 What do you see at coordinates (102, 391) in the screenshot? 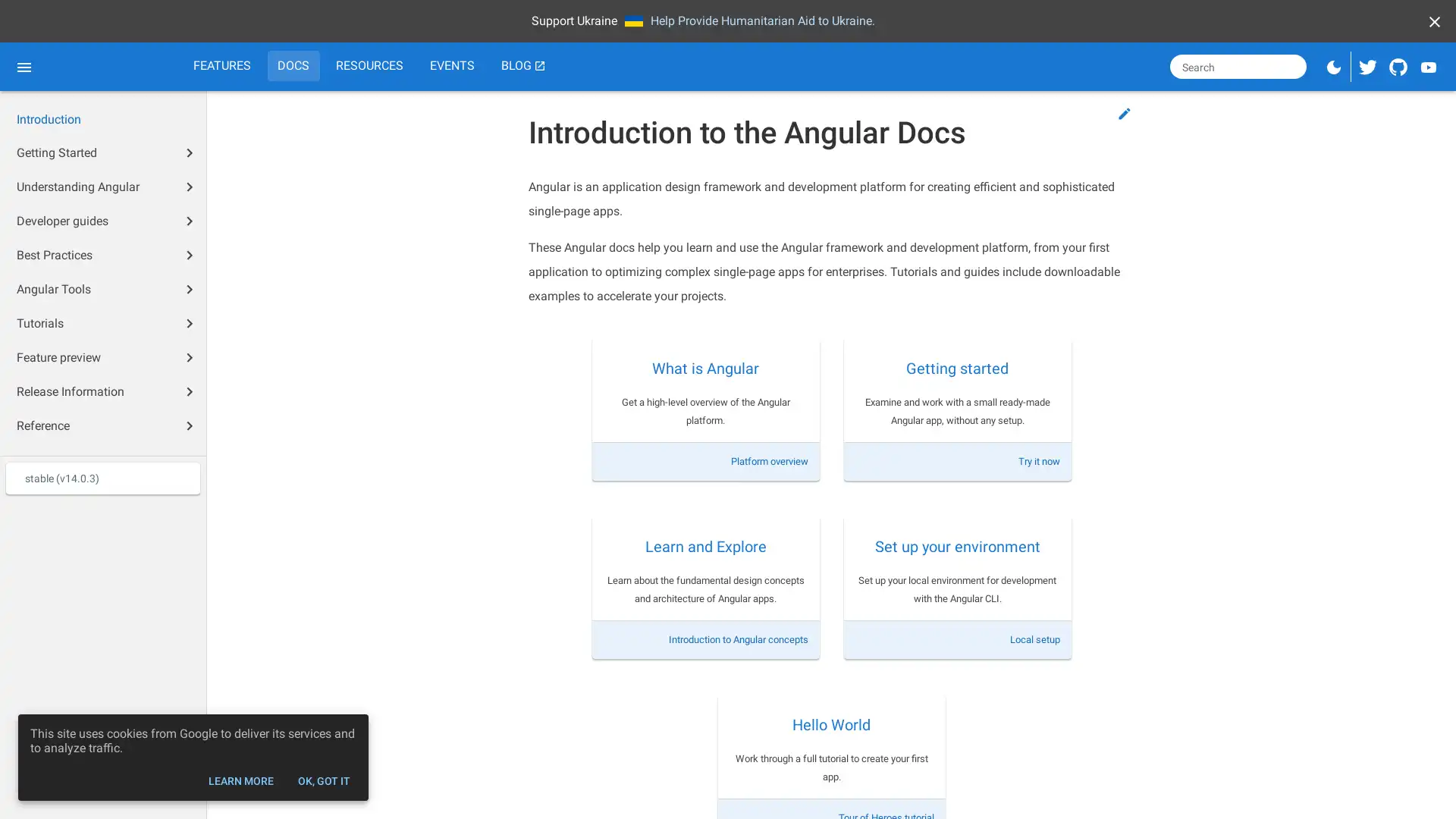
I see `Release Information` at bounding box center [102, 391].